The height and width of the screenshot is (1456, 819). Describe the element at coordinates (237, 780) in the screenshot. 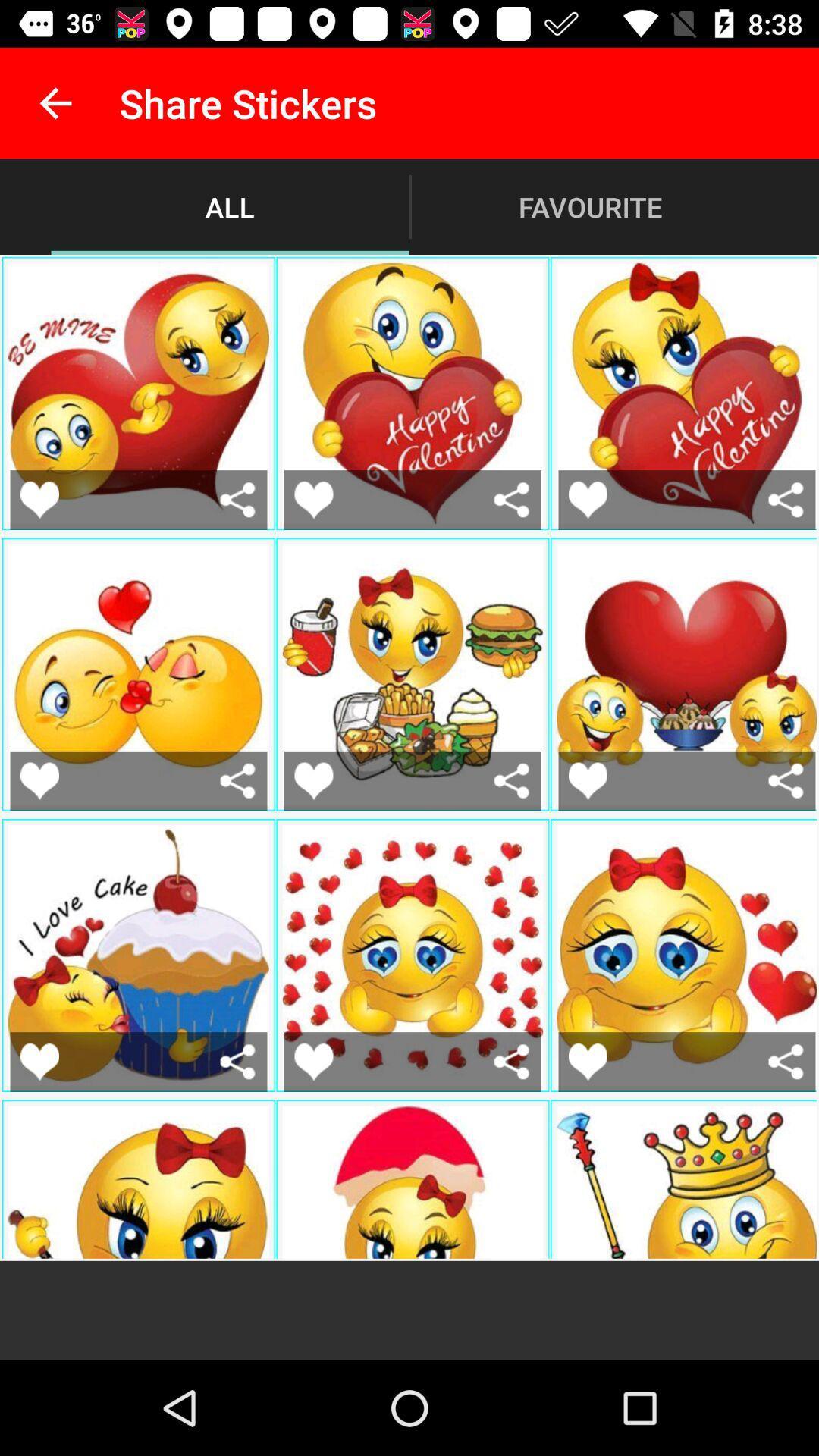

I see `share the image` at that location.